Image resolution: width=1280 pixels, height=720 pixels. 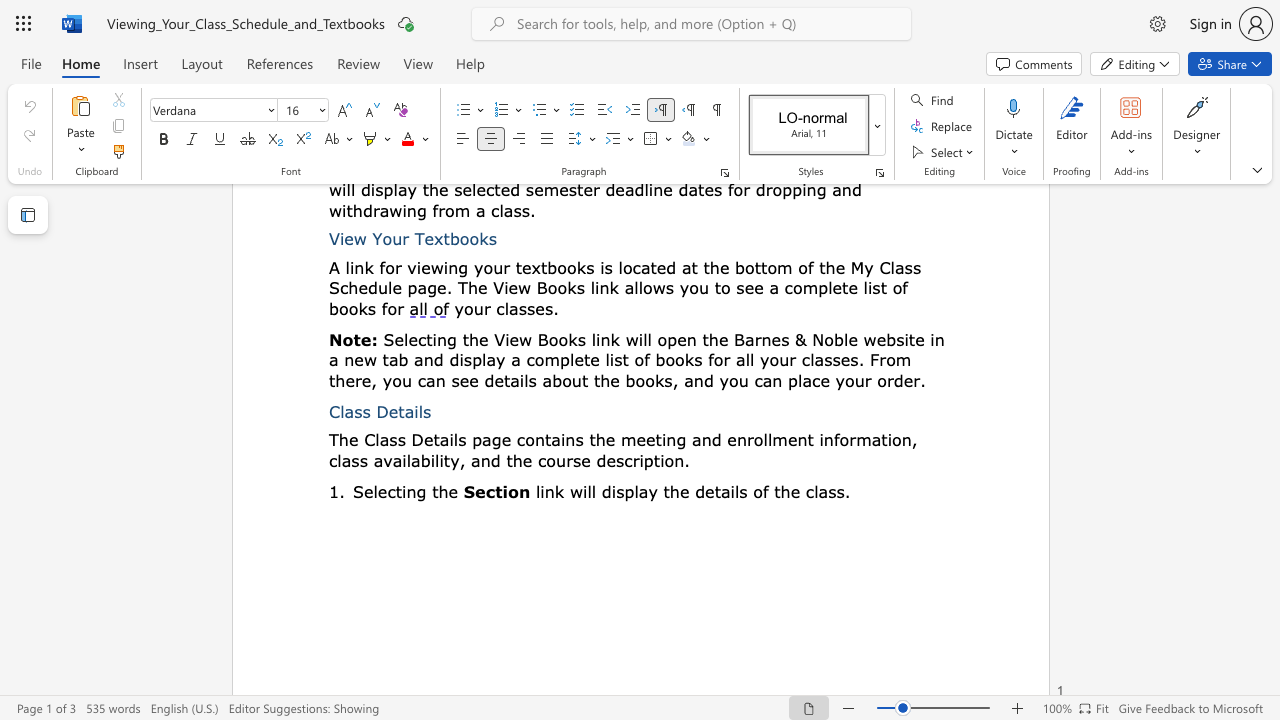 I want to click on the subset text "electing t" within the text "Selecting the", so click(x=363, y=491).